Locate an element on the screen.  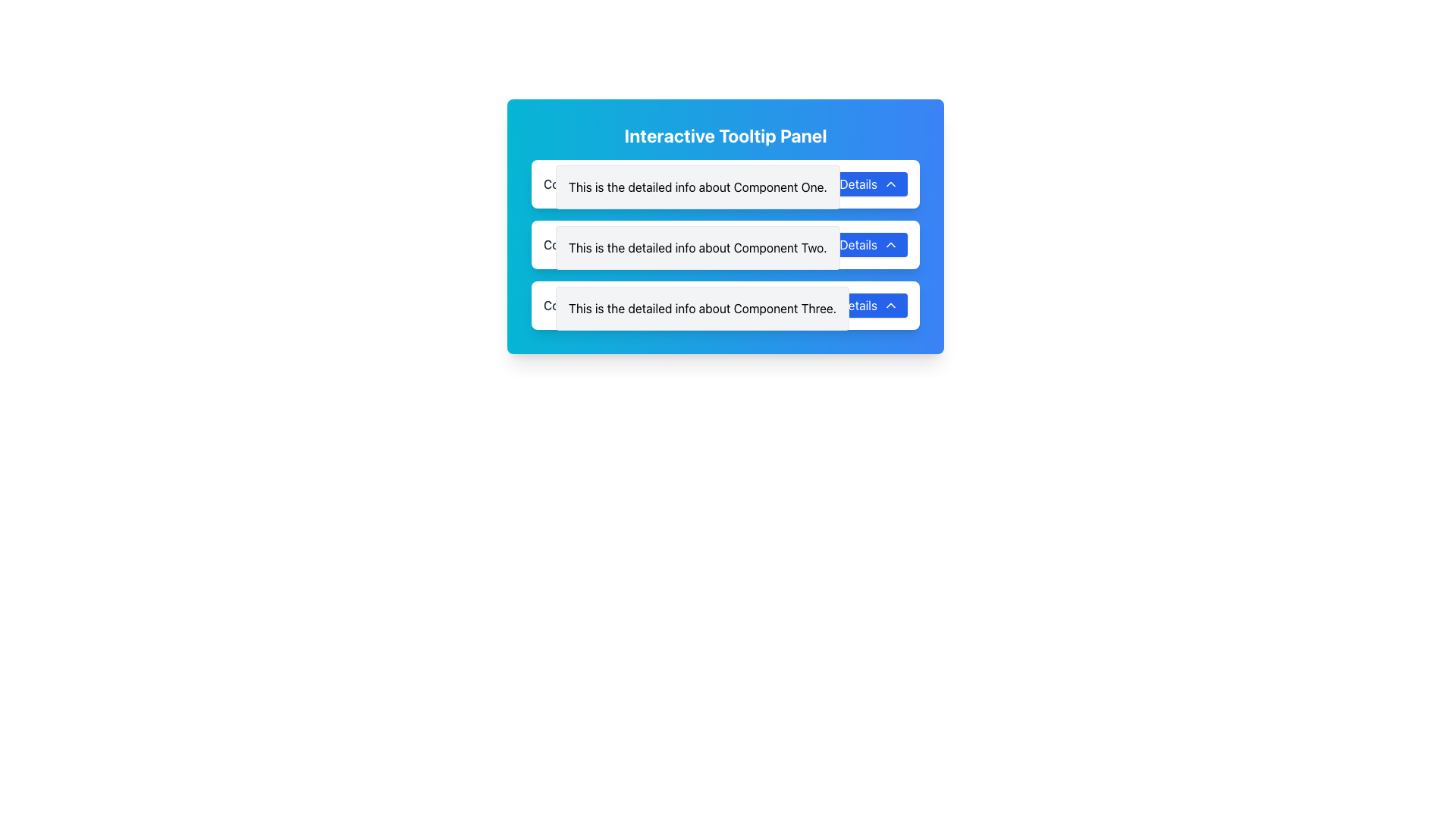
the Text Description Box that displays additional information about 'Component One' is located at coordinates (697, 186).